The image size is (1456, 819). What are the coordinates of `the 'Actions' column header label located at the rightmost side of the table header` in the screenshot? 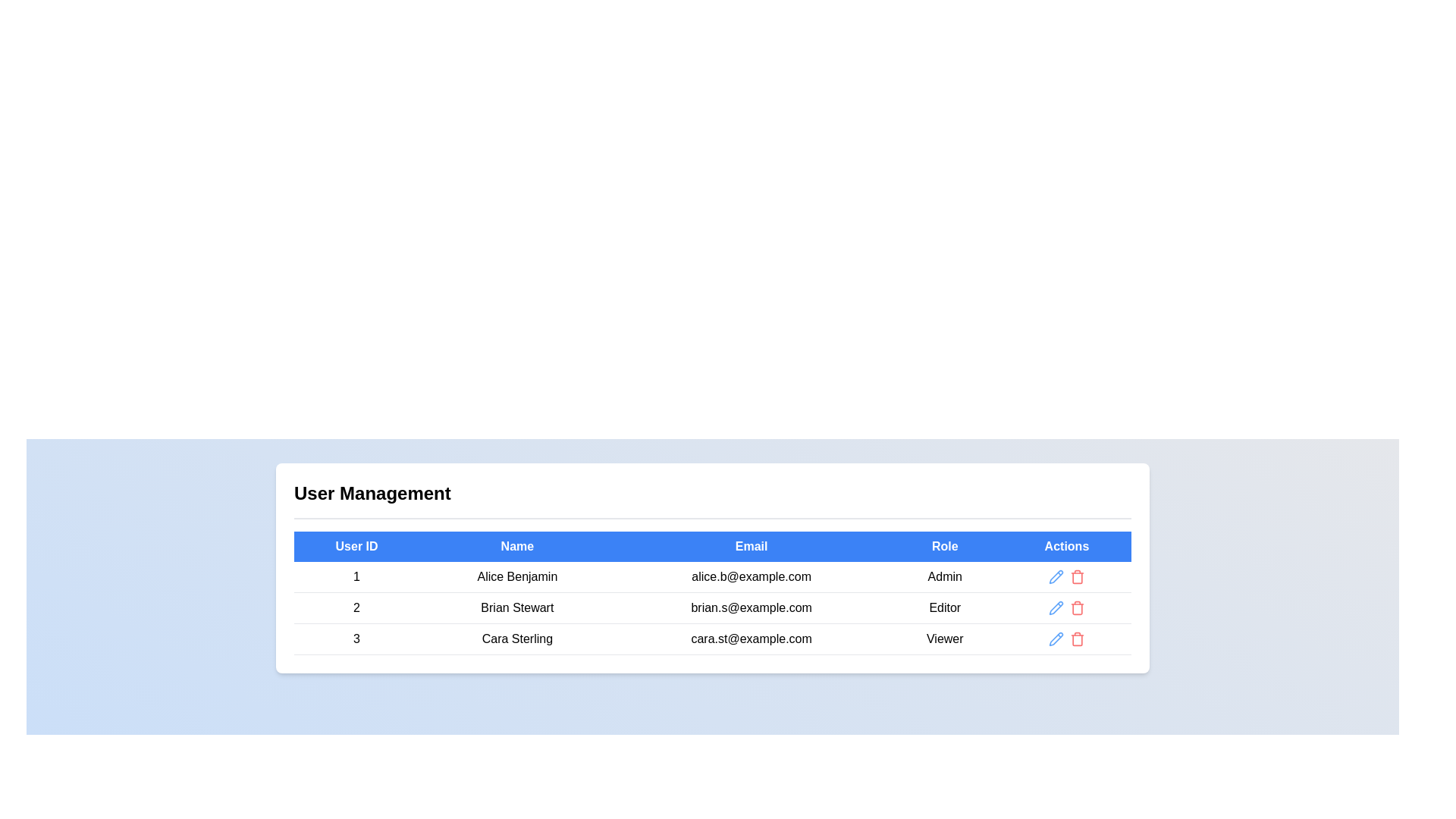 It's located at (1065, 547).